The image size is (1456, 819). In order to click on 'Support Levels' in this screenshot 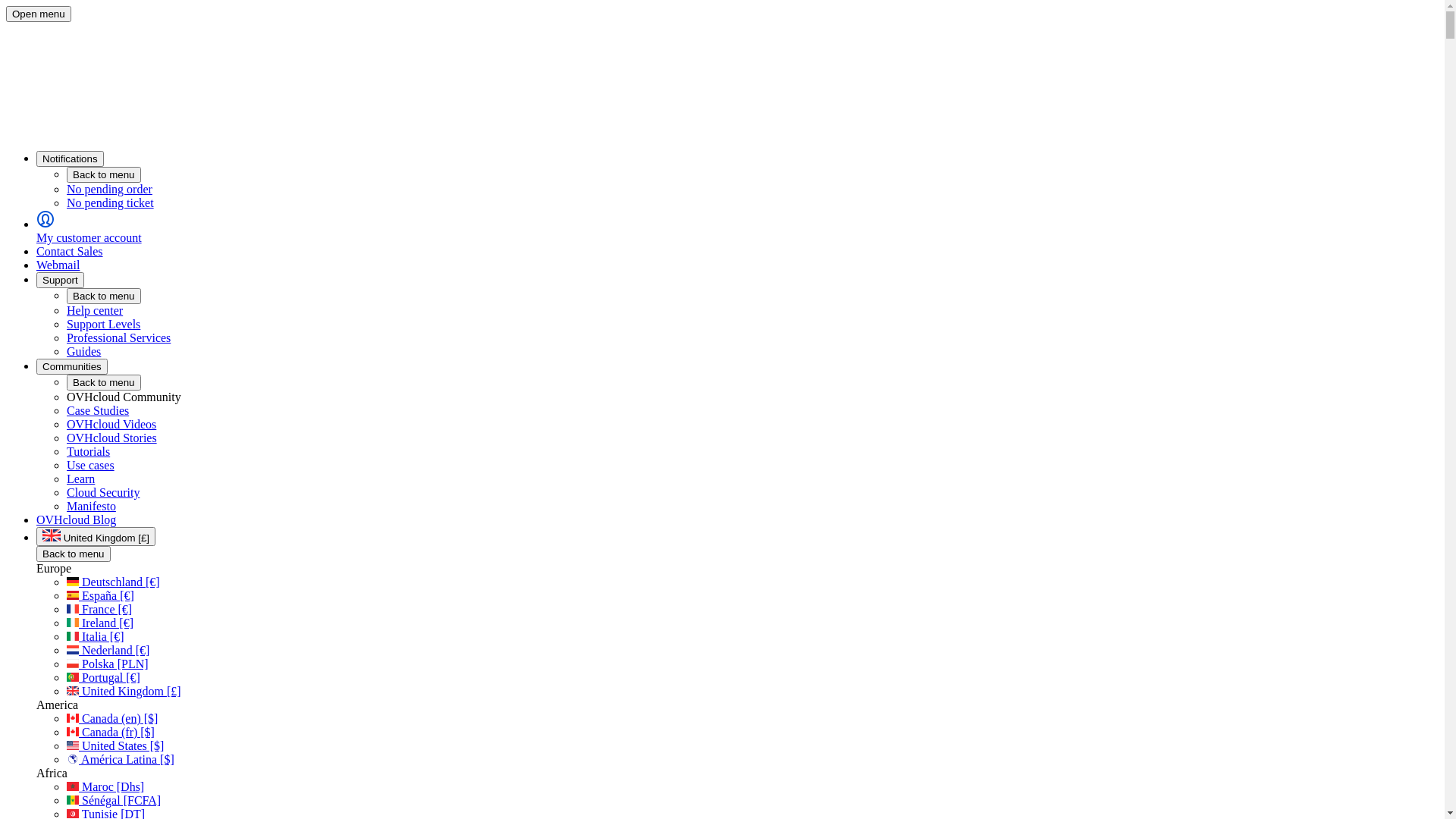, I will do `click(102, 323)`.